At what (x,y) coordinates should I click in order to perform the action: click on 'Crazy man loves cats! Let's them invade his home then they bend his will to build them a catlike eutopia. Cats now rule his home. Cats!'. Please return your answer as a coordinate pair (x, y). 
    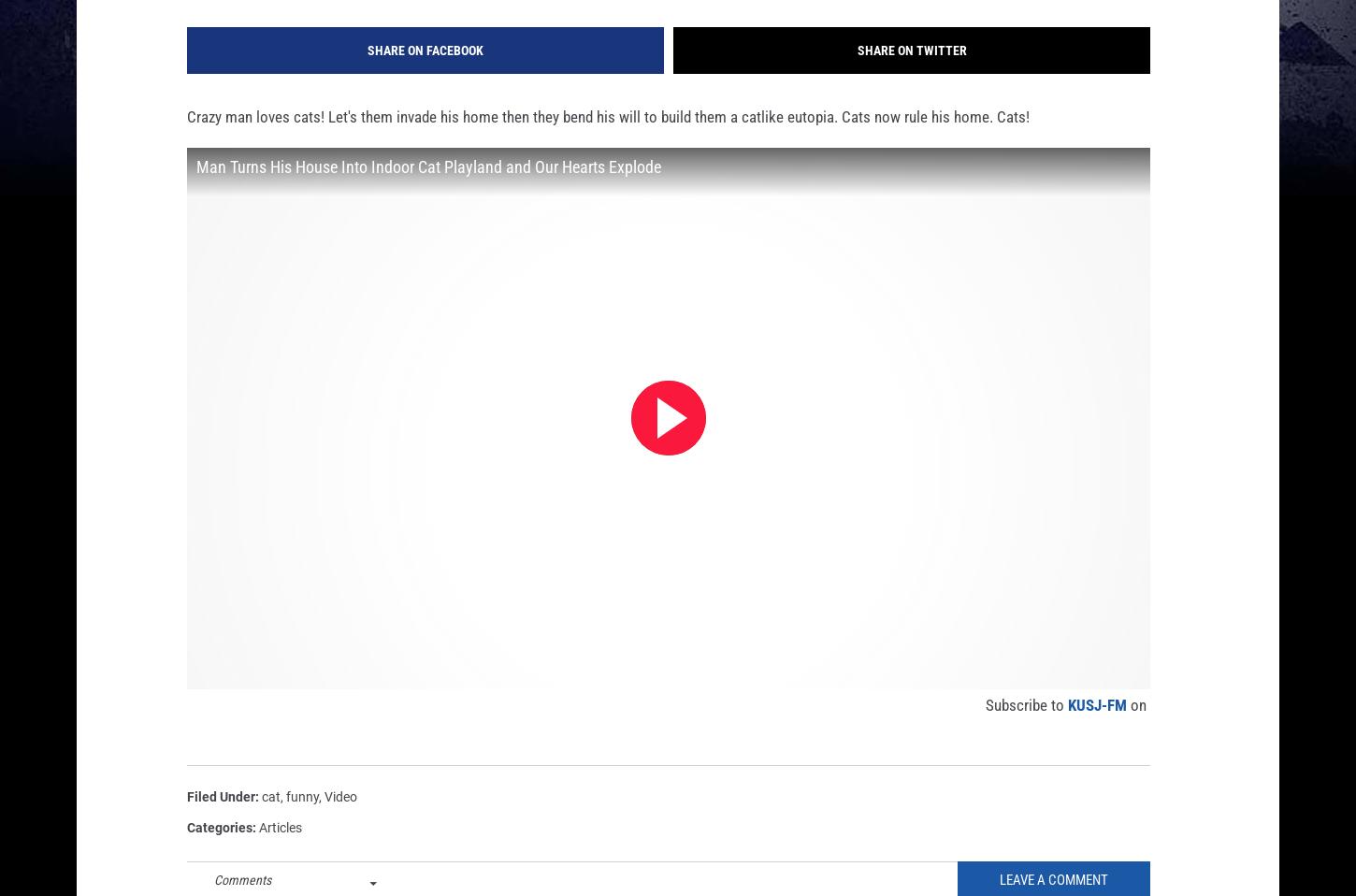
    Looking at the image, I should click on (607, 147).